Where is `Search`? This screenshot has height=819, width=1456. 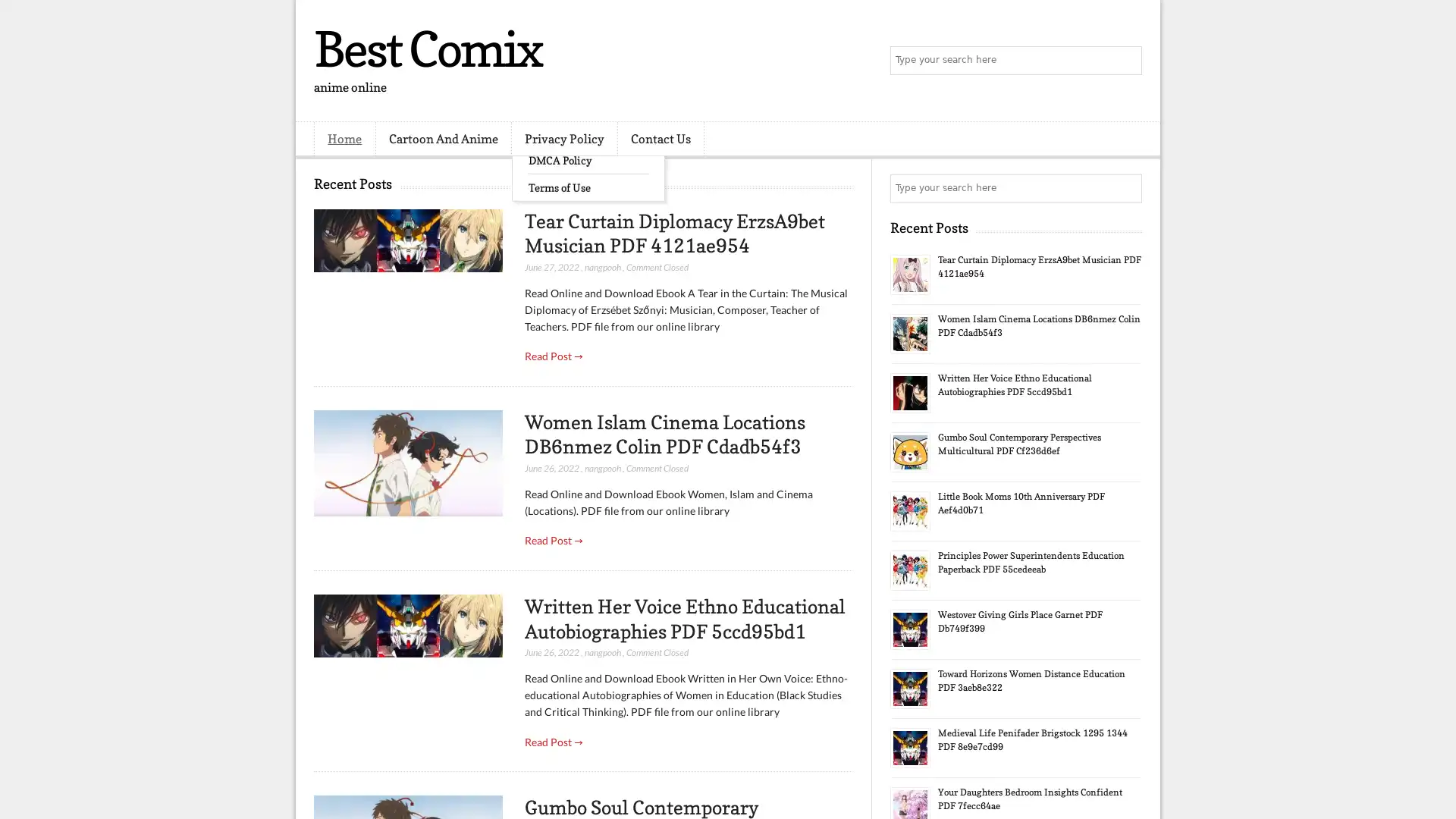
Search is located at coordinates (1126, 188).